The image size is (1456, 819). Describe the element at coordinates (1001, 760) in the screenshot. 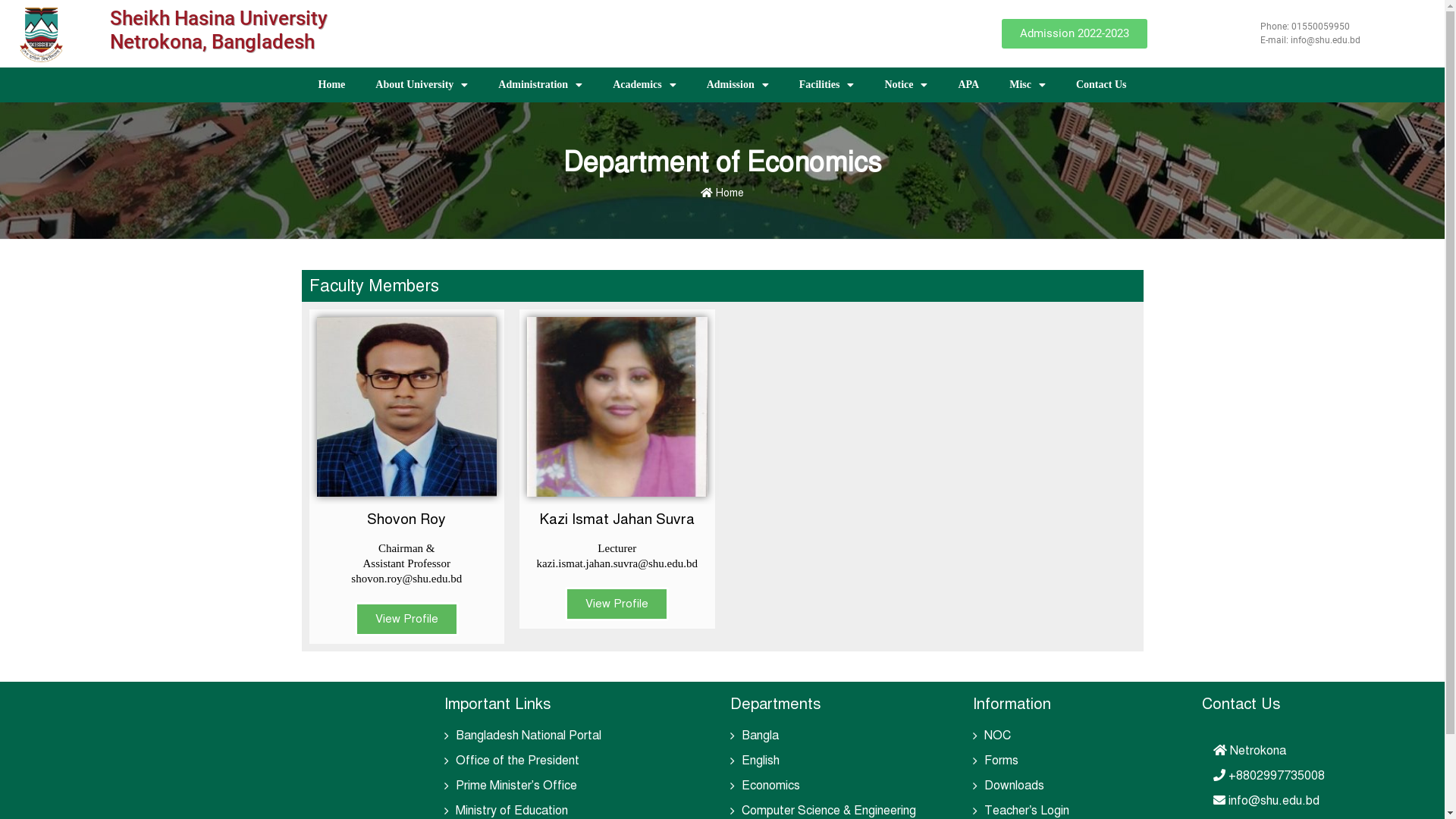

I see `'Forms'` at that location.